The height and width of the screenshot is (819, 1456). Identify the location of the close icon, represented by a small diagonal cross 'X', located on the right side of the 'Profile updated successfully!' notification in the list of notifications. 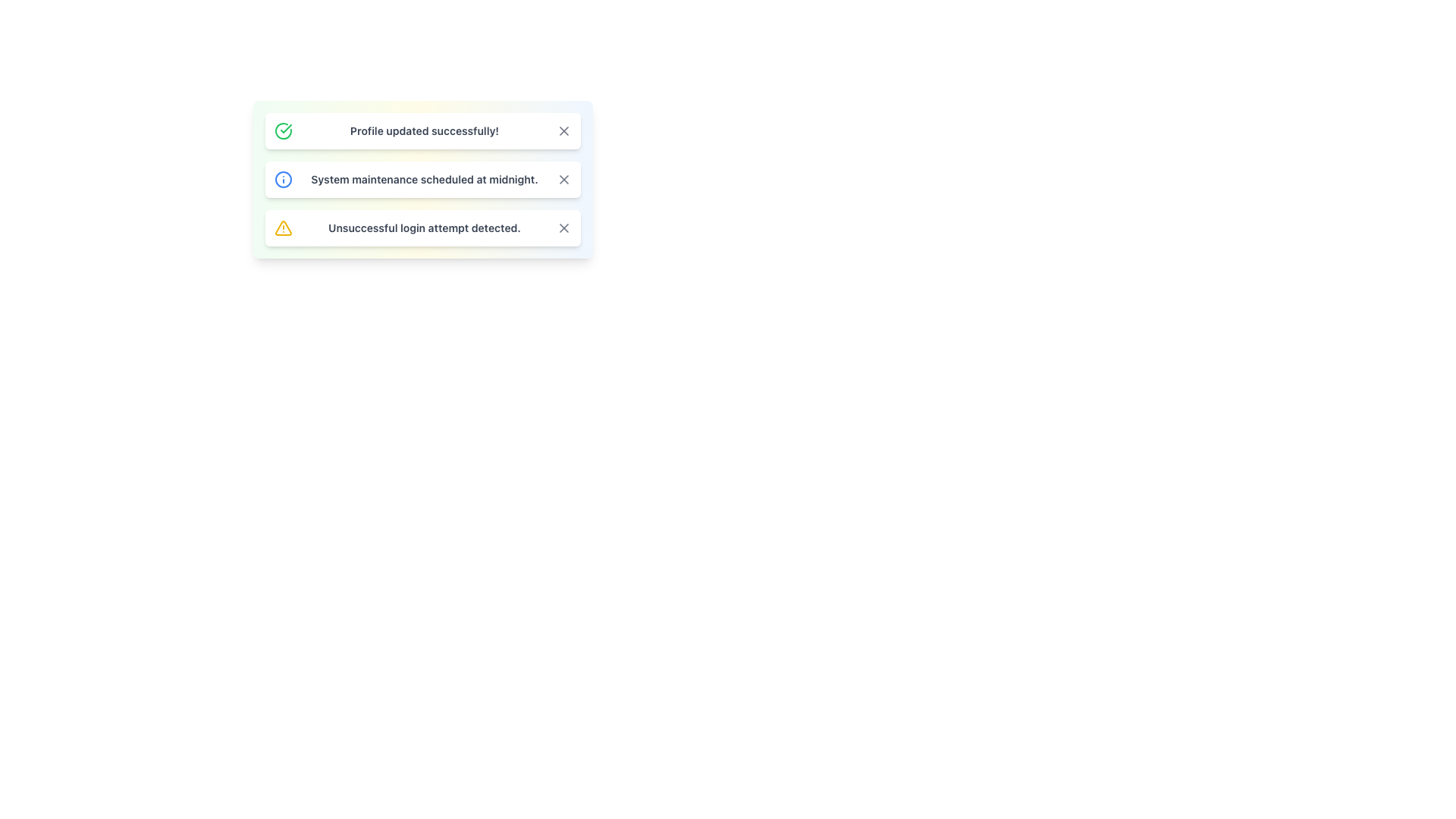
(563, 130).